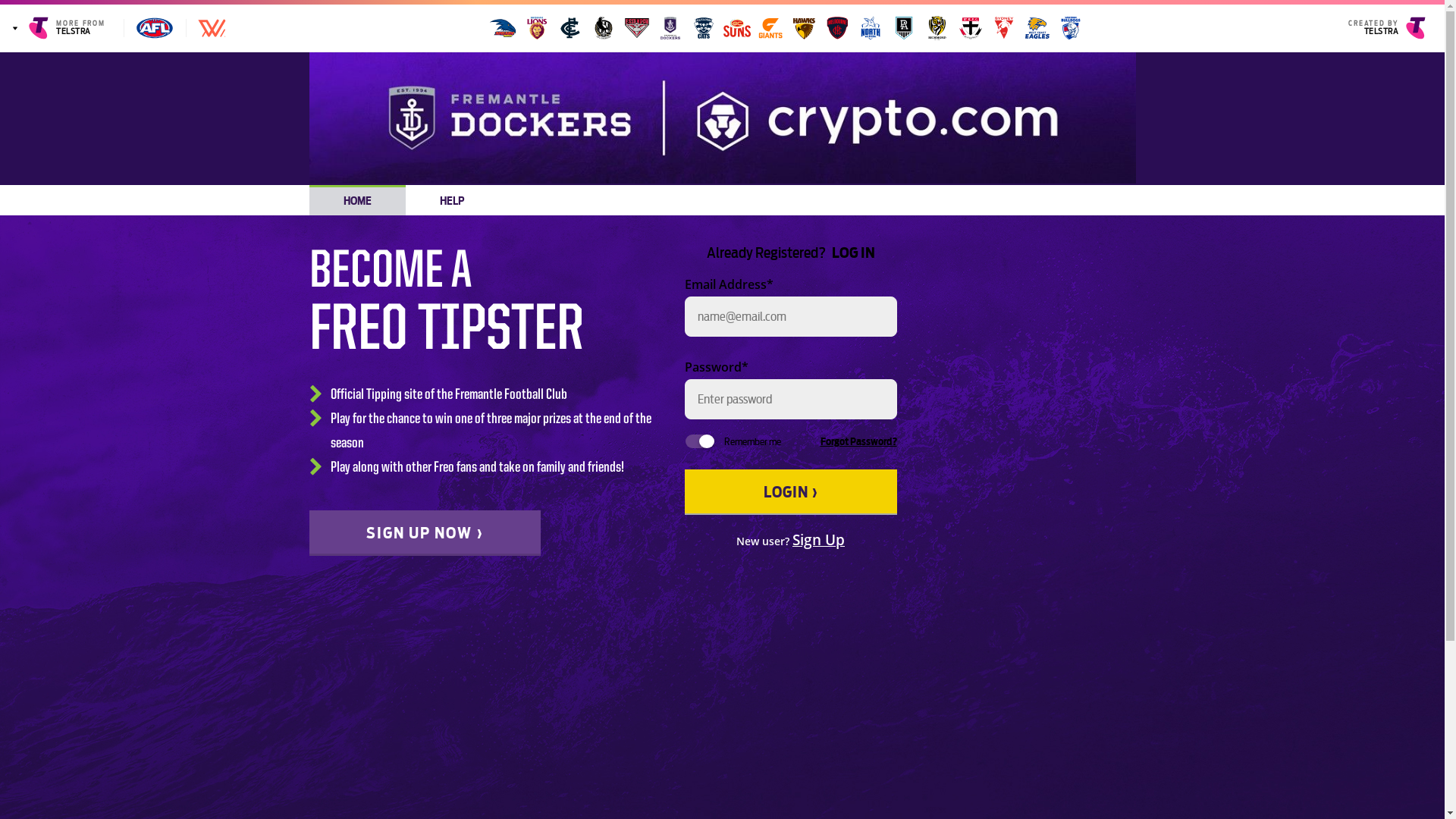 The height and width of the screenshot is (819, 1456). What do you see at coordinates (450, 199) in the screenshot?
I see `'HELP'` at bounding box center [450, 199].